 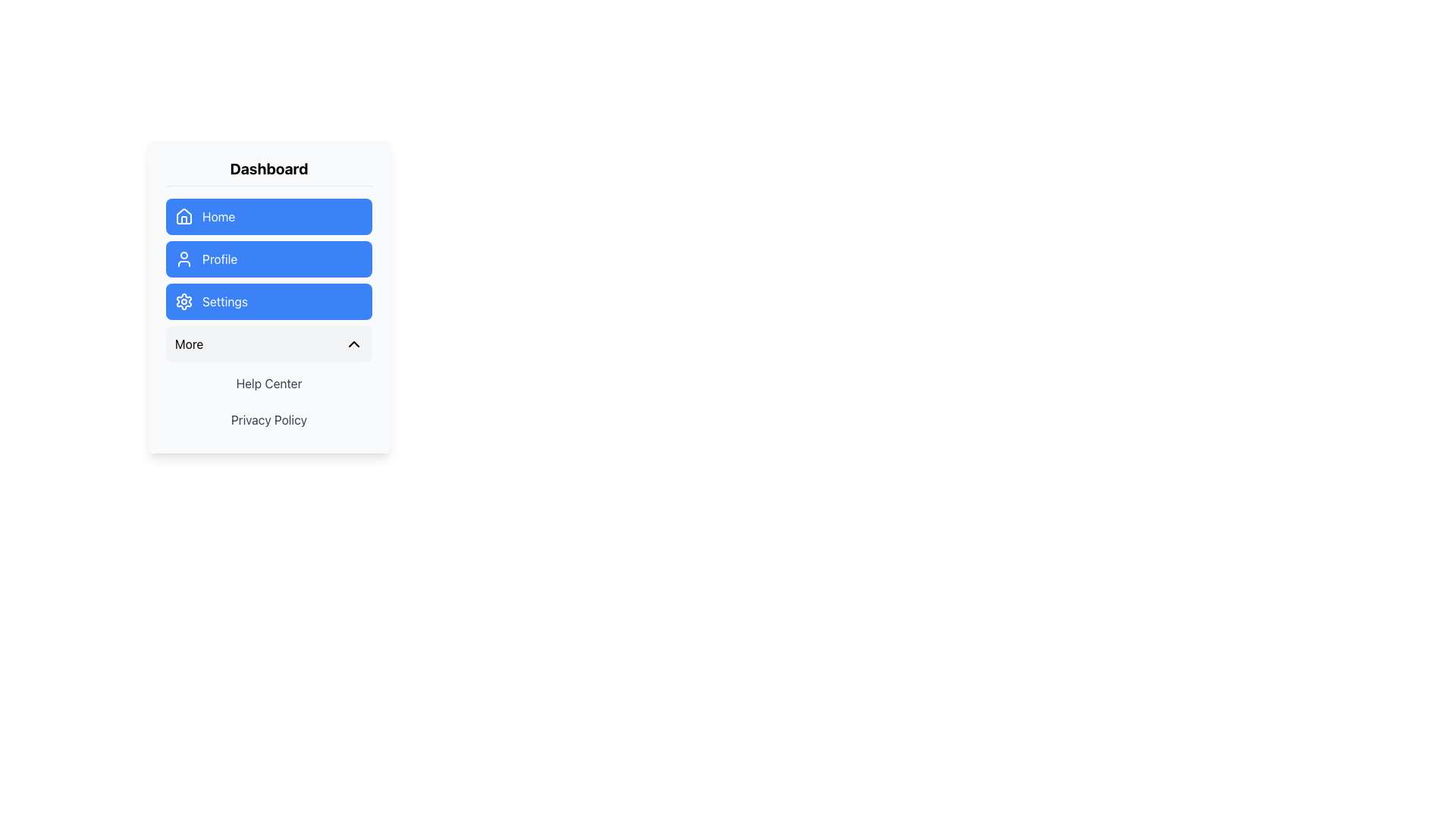 I want to click on the hyperlink under the 'Help Center' menu, so click(x=269, y=420).